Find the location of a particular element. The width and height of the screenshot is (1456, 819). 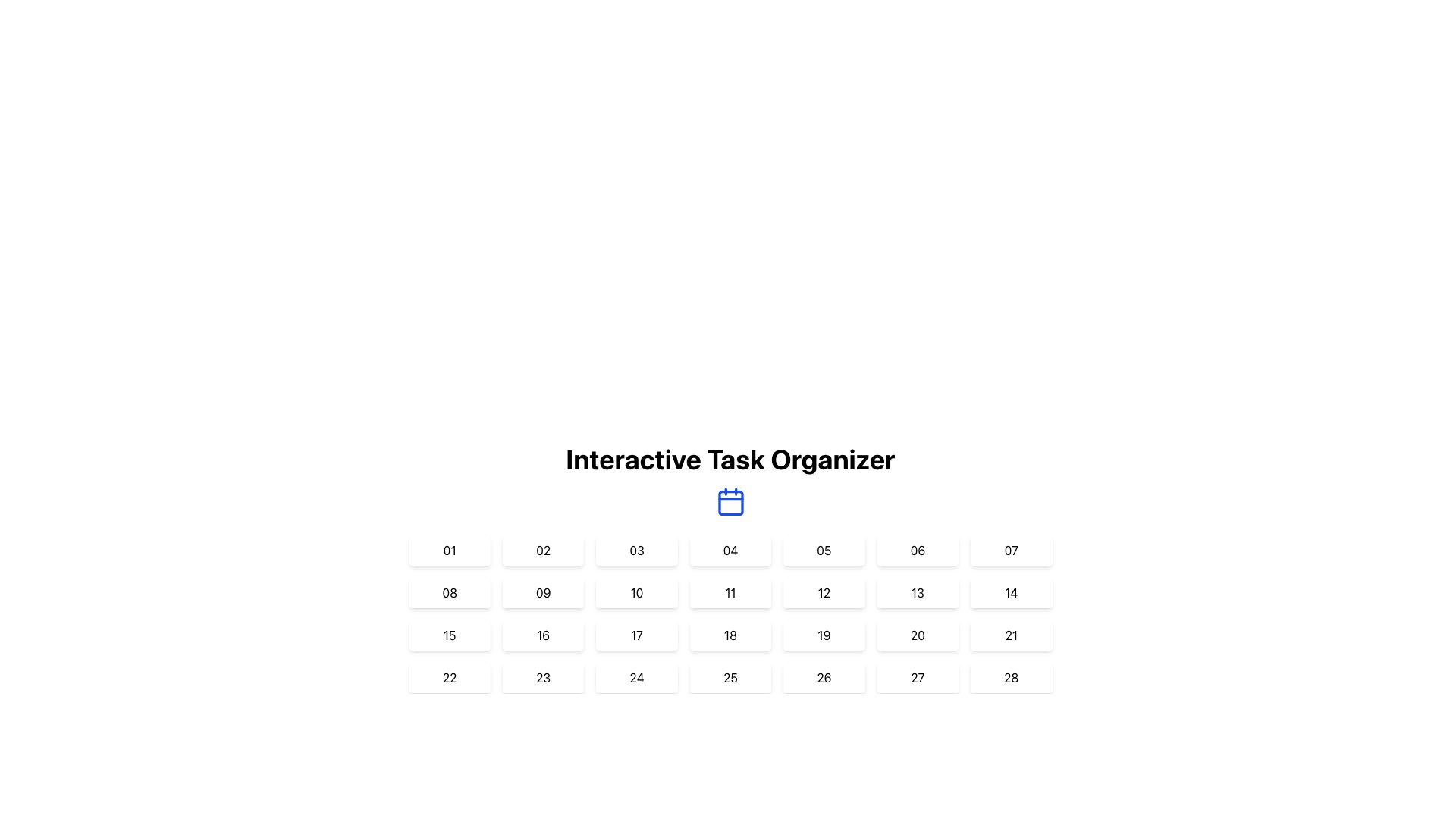

the button representing the number '13' located in the third row and sixth column of the grid is located at coordinates (917, 592).